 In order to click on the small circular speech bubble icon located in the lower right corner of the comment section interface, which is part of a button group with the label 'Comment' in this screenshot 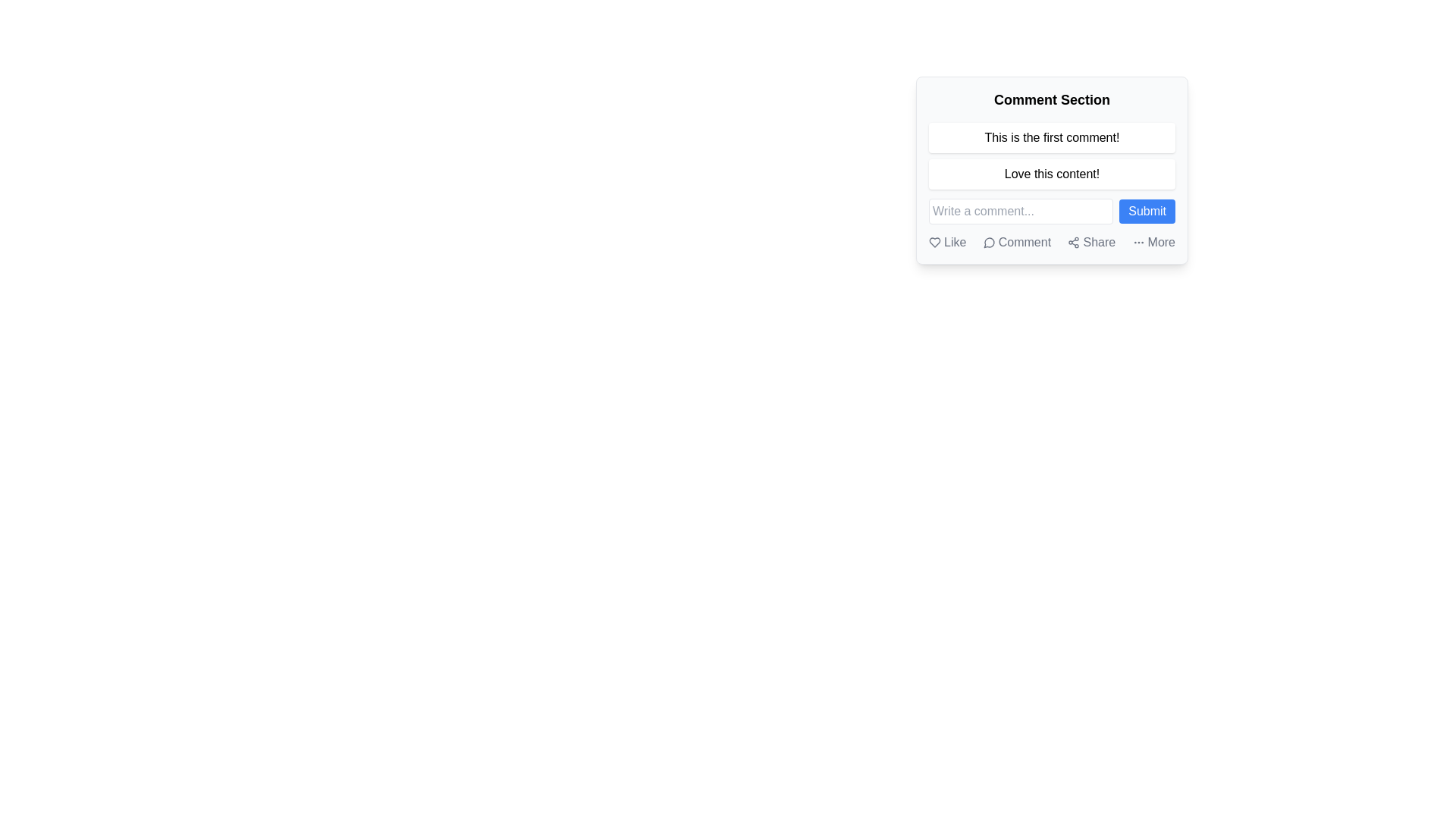, I will do `click(989, 242)`.